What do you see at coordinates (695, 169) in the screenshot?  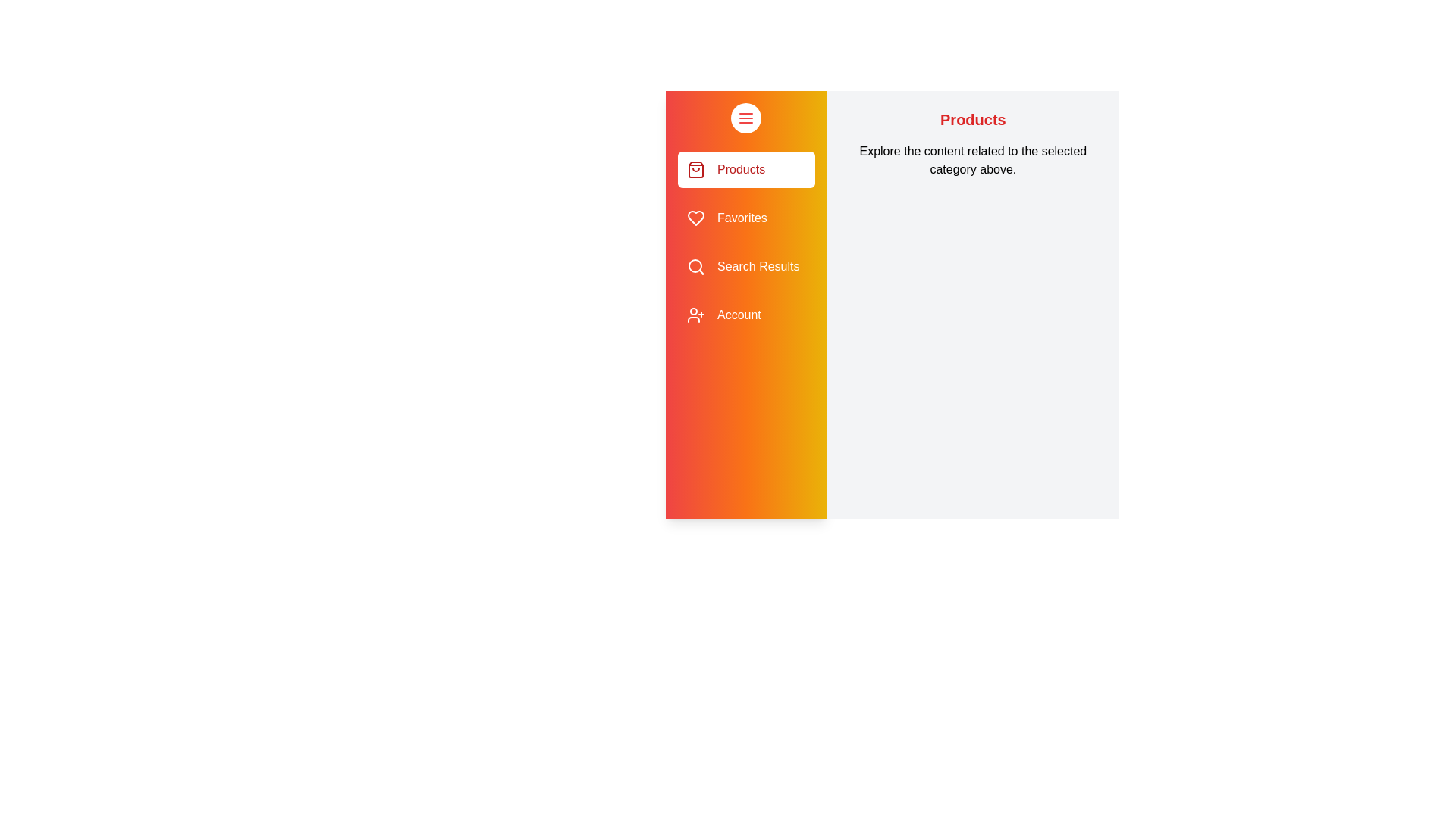 I see `the sidebar icon for Products to navigate to the corresponding section` at bounding box center [695, 169].